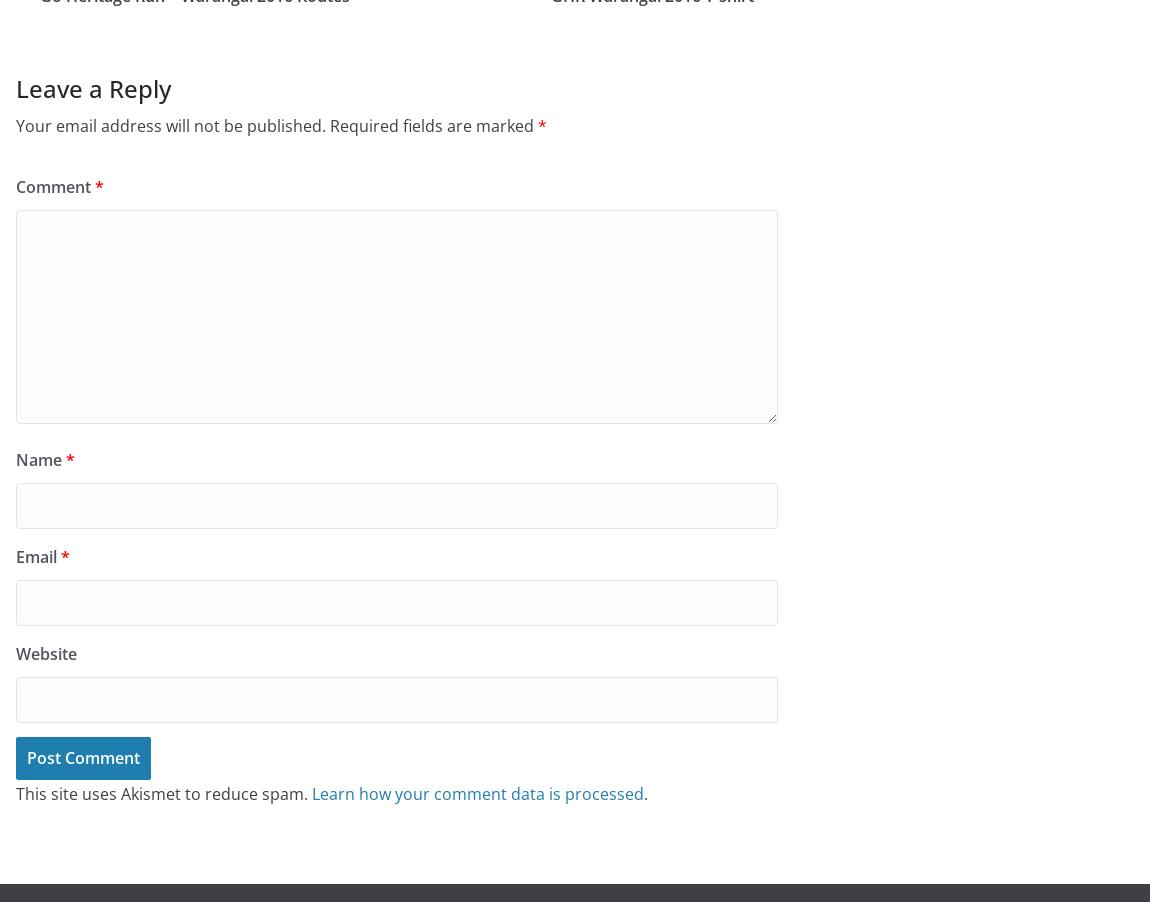 The width and height of the screenshot is (1150, 902). Describe the element at coordinates (45, 653) in the screenshot. I see `'Website'` at that location.